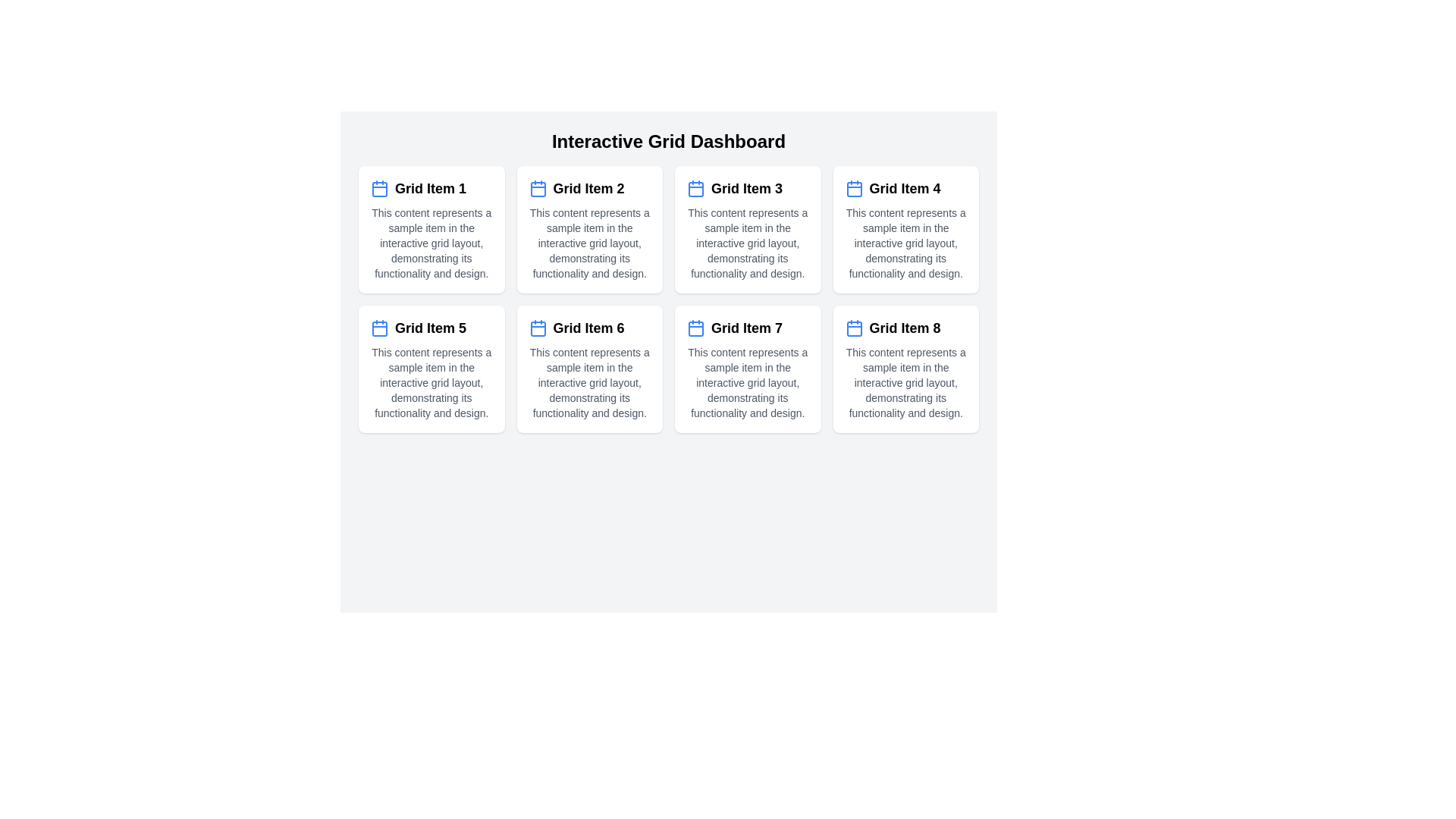 This screenshot has width=1456, height=819. I want to click on the static information card representing 'Grid Item 4' in the interactive grid layout, located at the top-right corner of the grid, so click(905, 230).